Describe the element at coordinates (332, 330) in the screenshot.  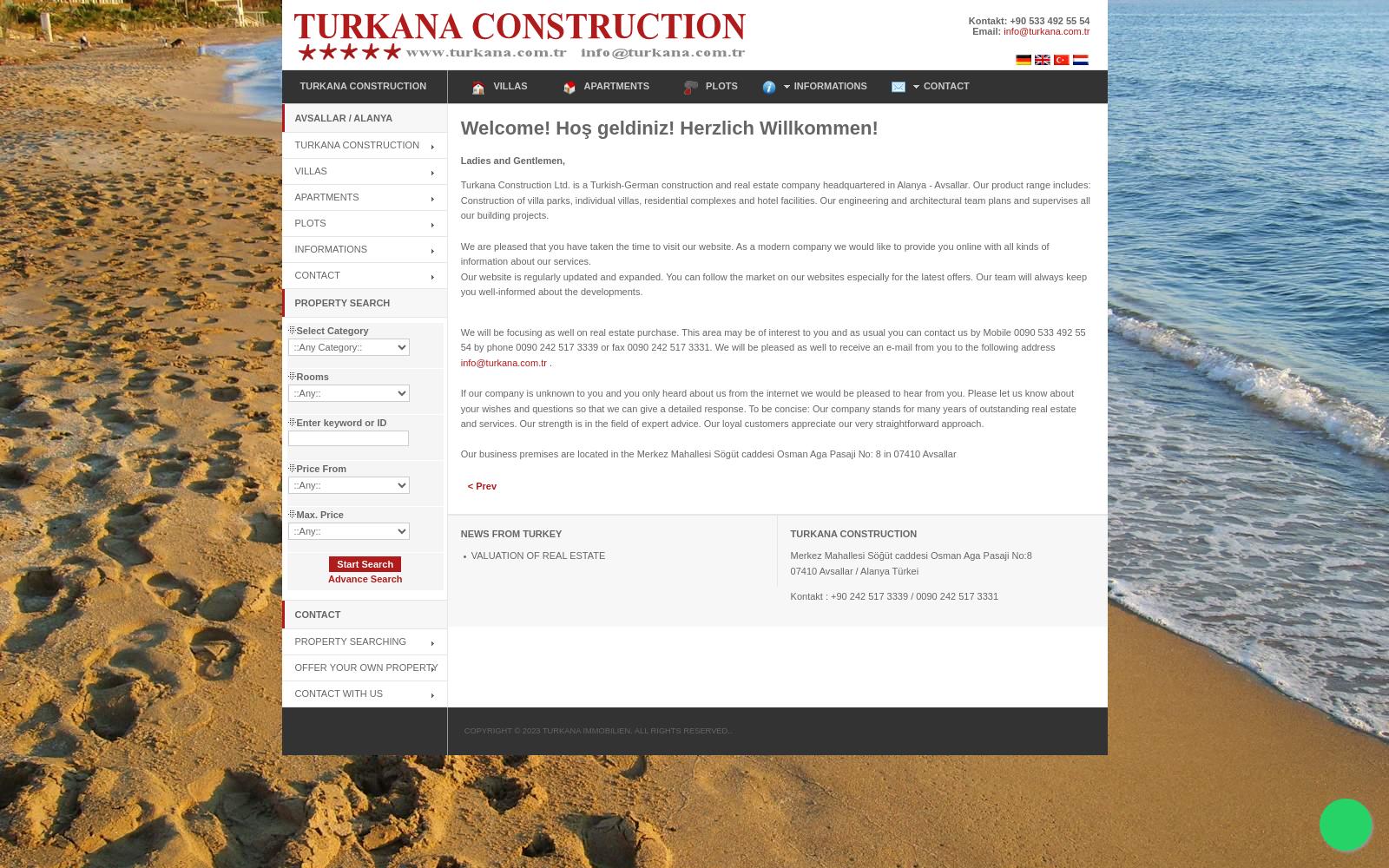
I see `'Select Category'` at that location.